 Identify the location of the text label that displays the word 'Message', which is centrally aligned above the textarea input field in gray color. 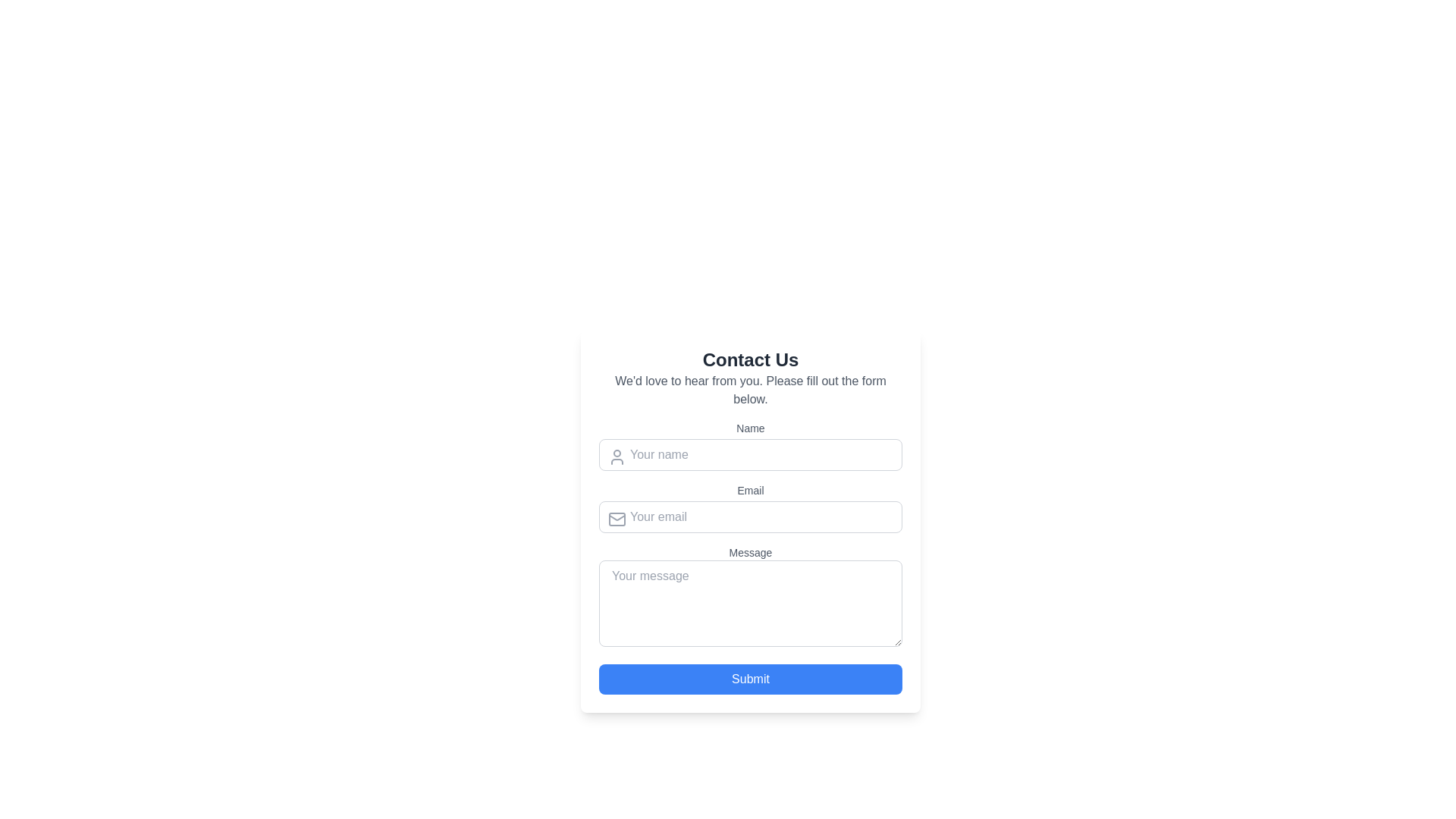
(750, 553).